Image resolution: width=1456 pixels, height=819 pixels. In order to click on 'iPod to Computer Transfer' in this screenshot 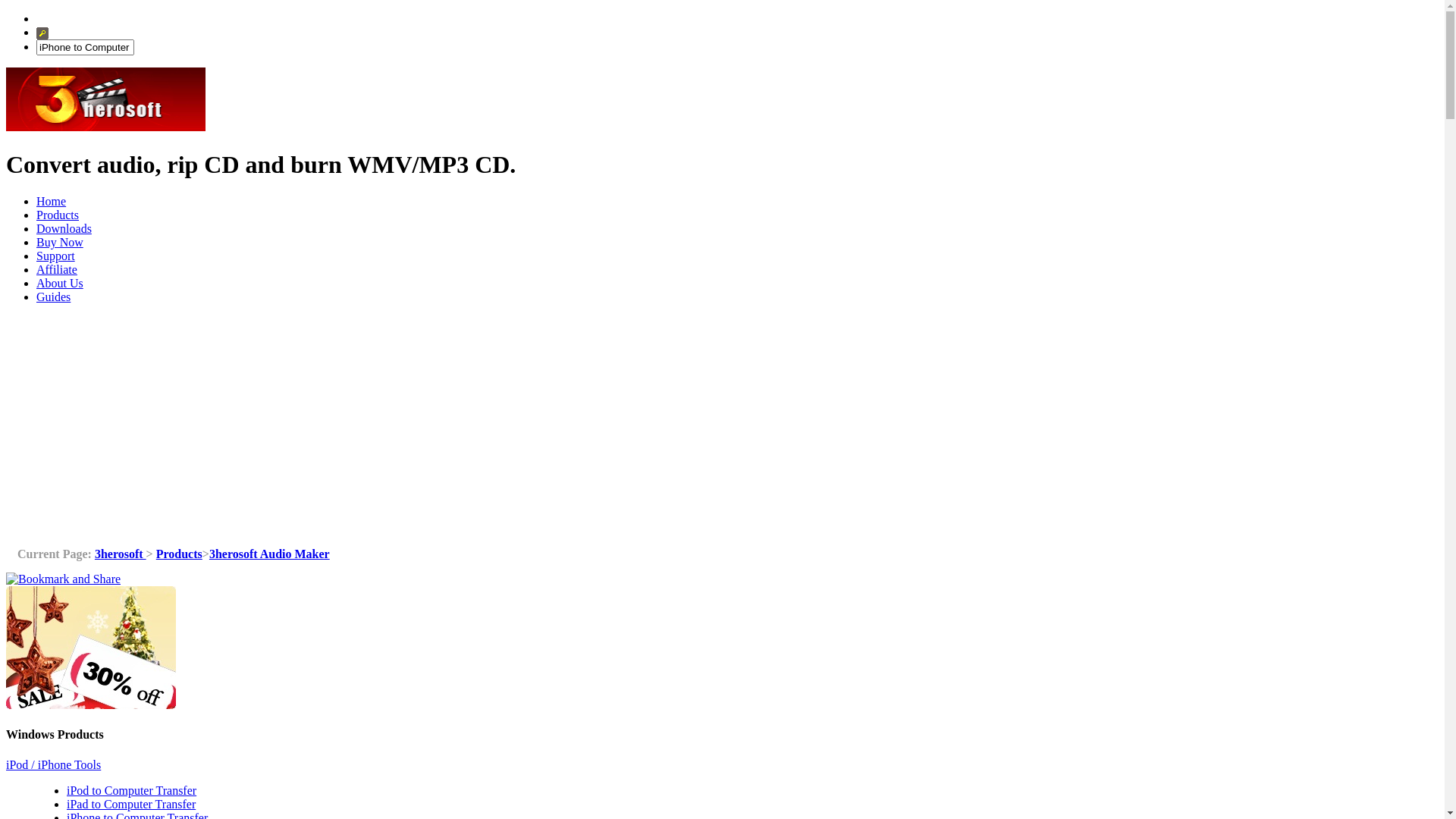, I will do `click(65, 789)`.